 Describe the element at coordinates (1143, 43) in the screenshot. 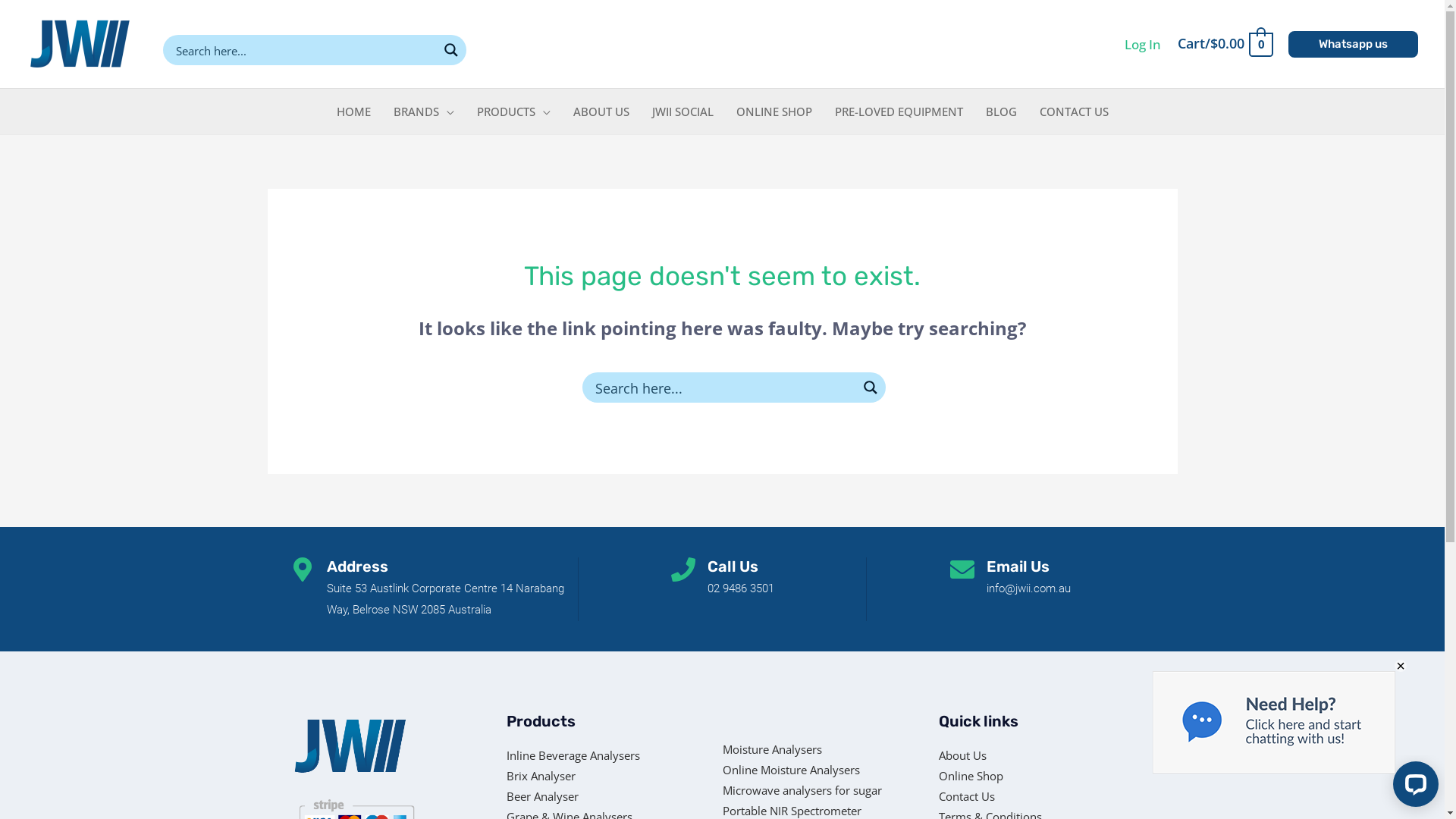

I see `'Log In'` at that location.